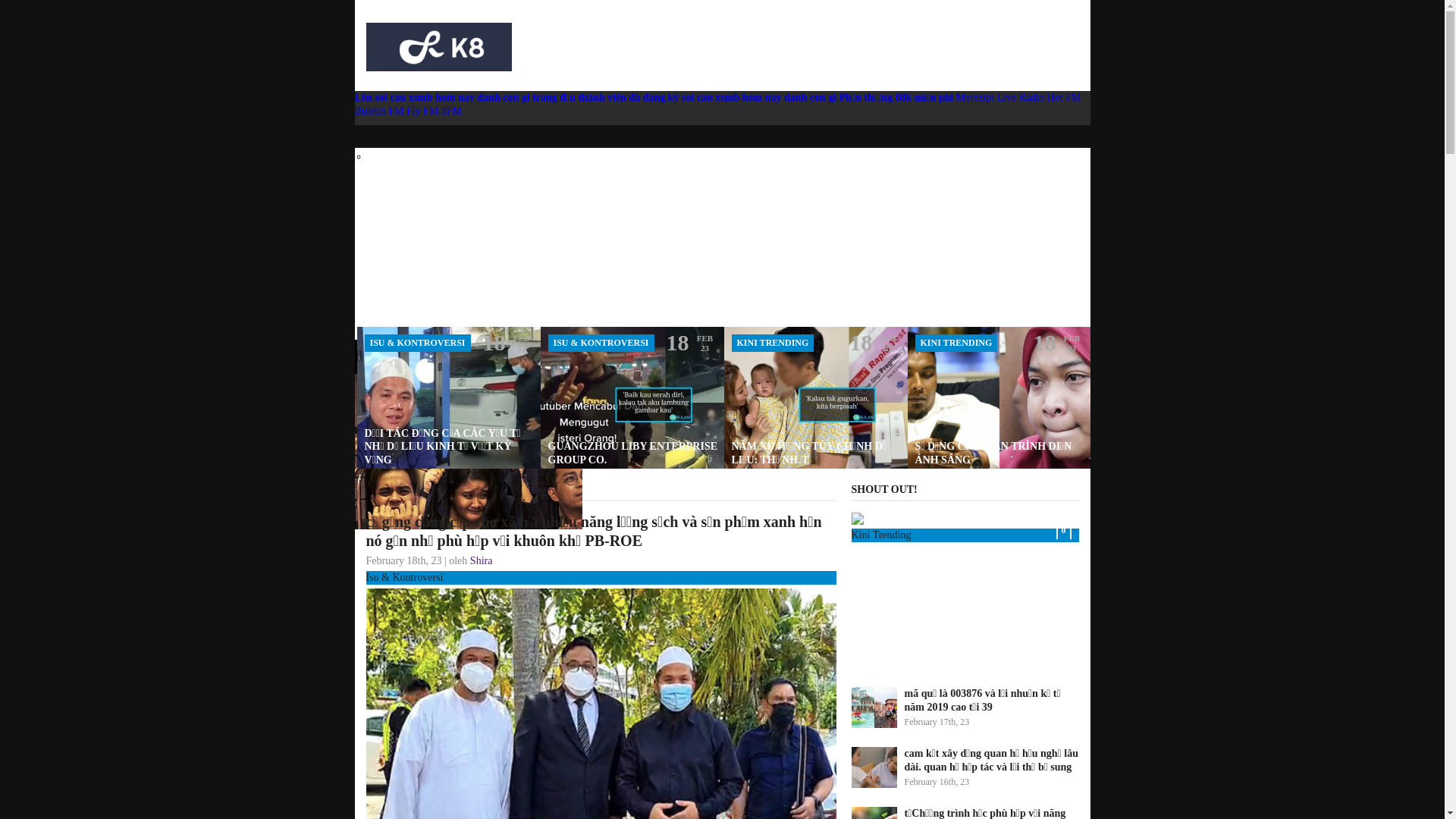 This screenshot has height=819, width=1456. What do you see at coordinates (381, 110) in the screenshot?
I see `'Buletin FM'` at bounding box center [381, 110].